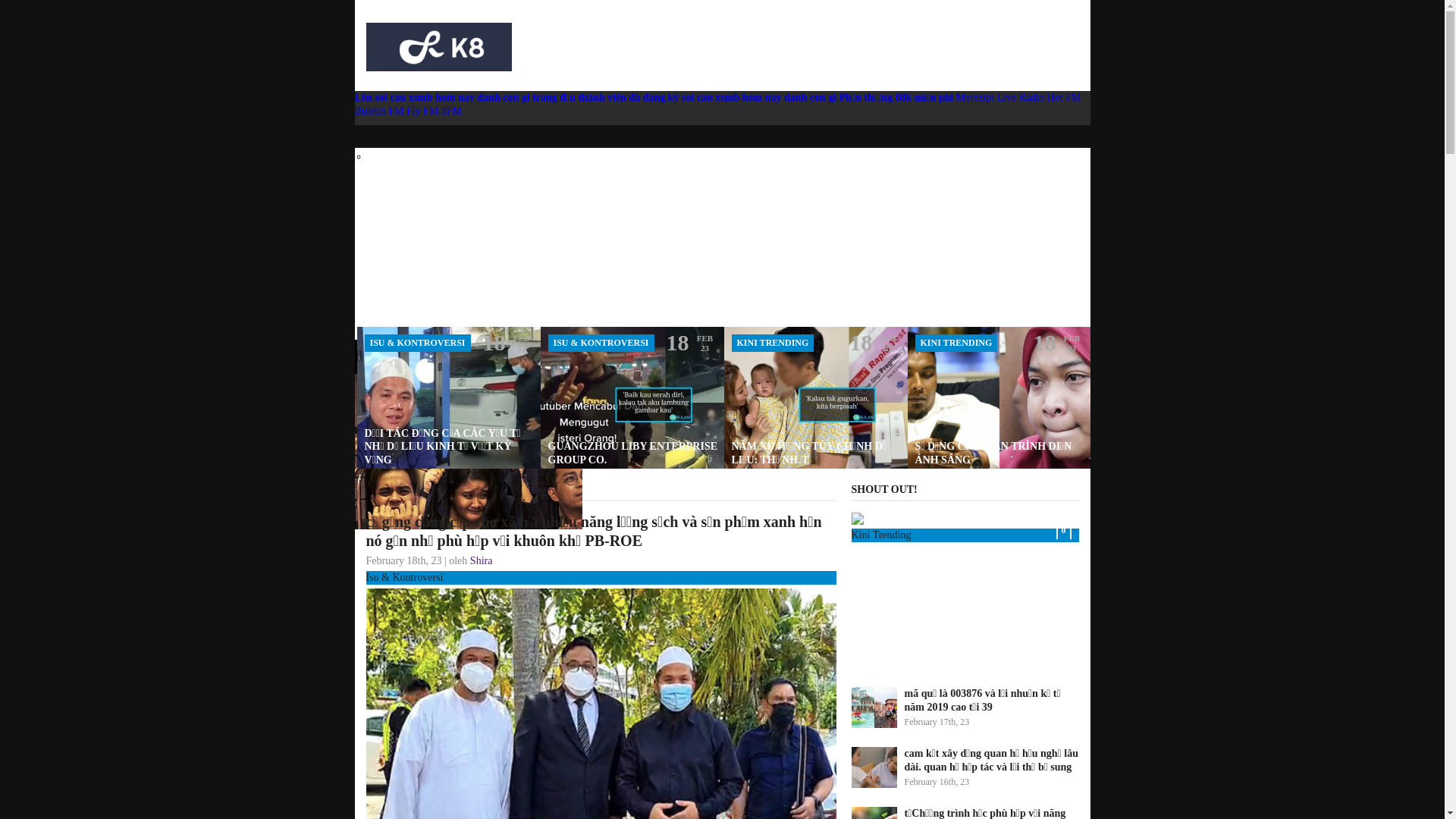 This screenshot has height=819, width=1456. What do you see at coordinates (381, 110) in the screenshot?
I see `'Buletin FM'` at bounding box center [381, 110].